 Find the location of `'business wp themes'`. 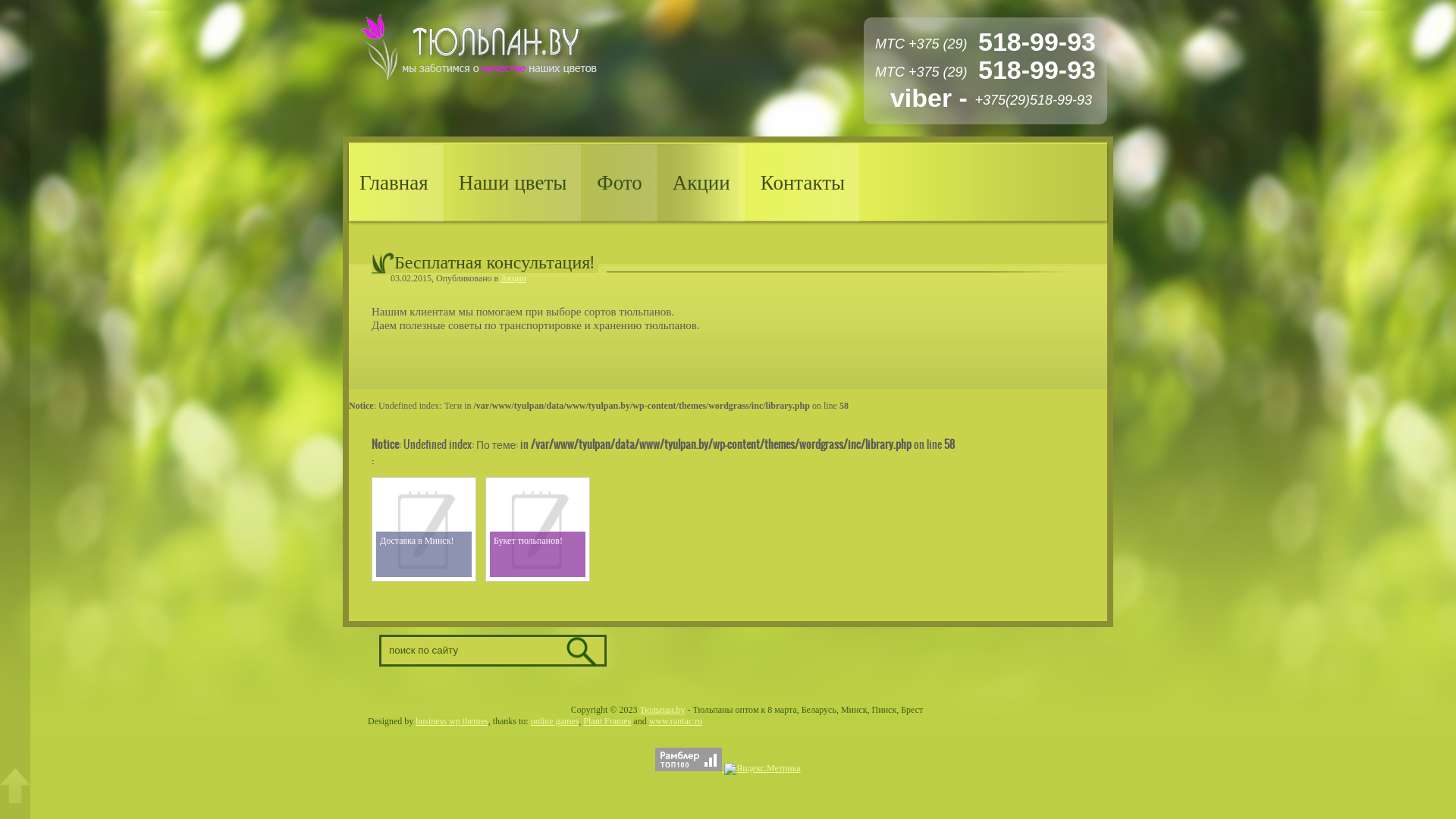

'business wp themes' is located at coordinates (415, 720).